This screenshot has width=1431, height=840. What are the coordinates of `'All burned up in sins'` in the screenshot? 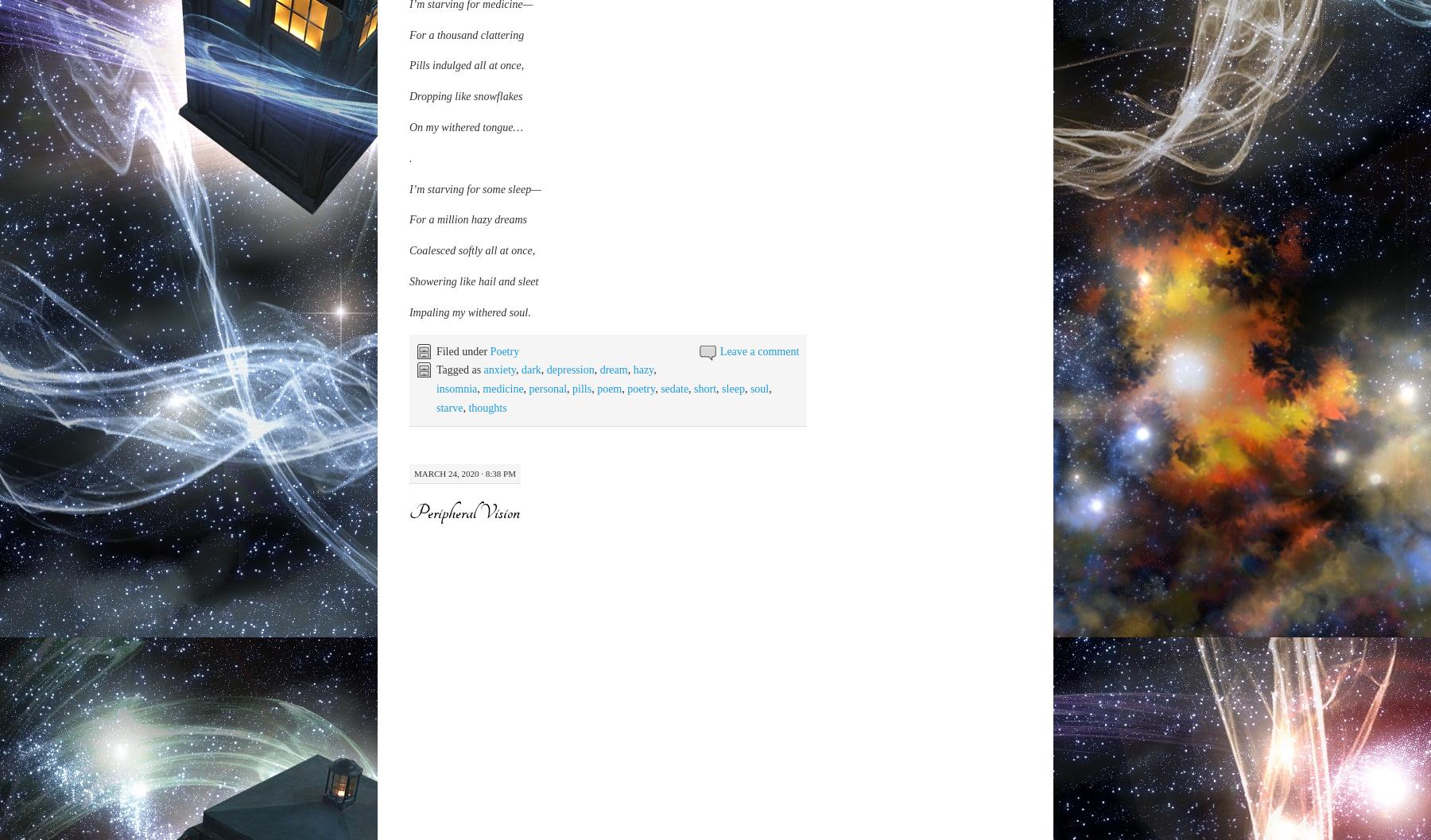 It's located at (455, 613).